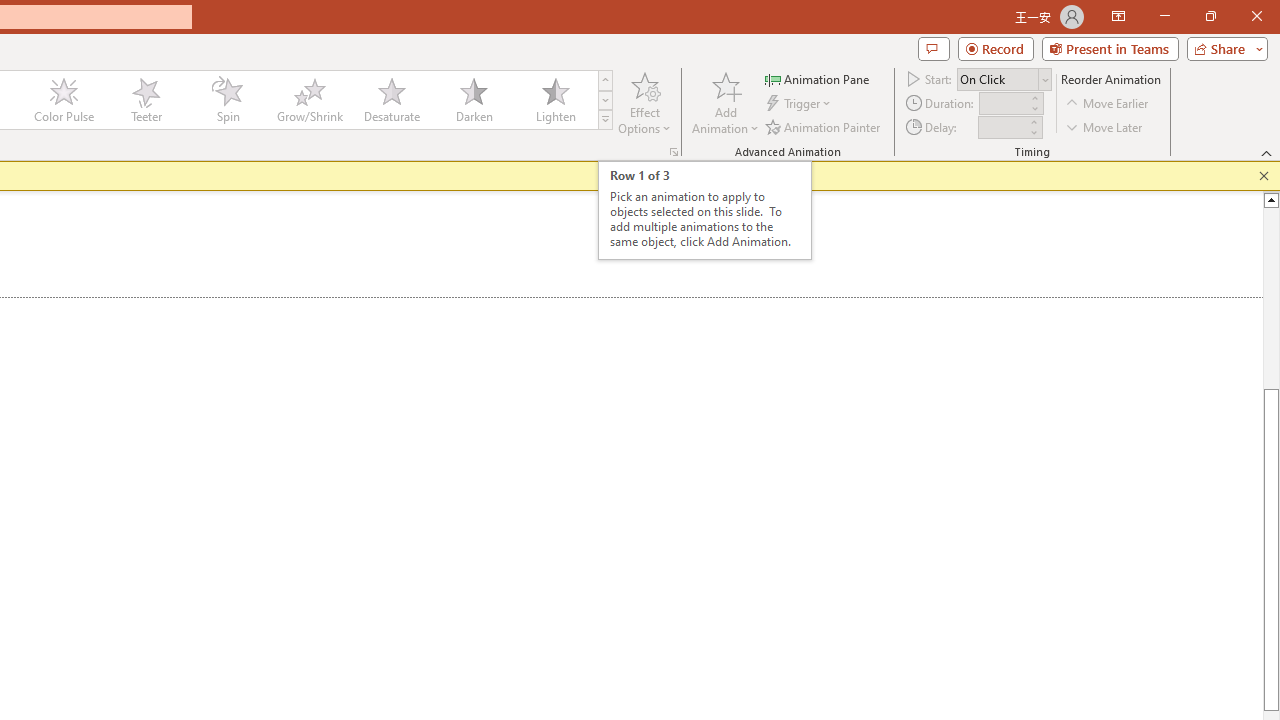 The image size is (1280, 720). Describe the element at coordinates (64, 100) in the screenshot. I see `'Color Pulse'` at that location.